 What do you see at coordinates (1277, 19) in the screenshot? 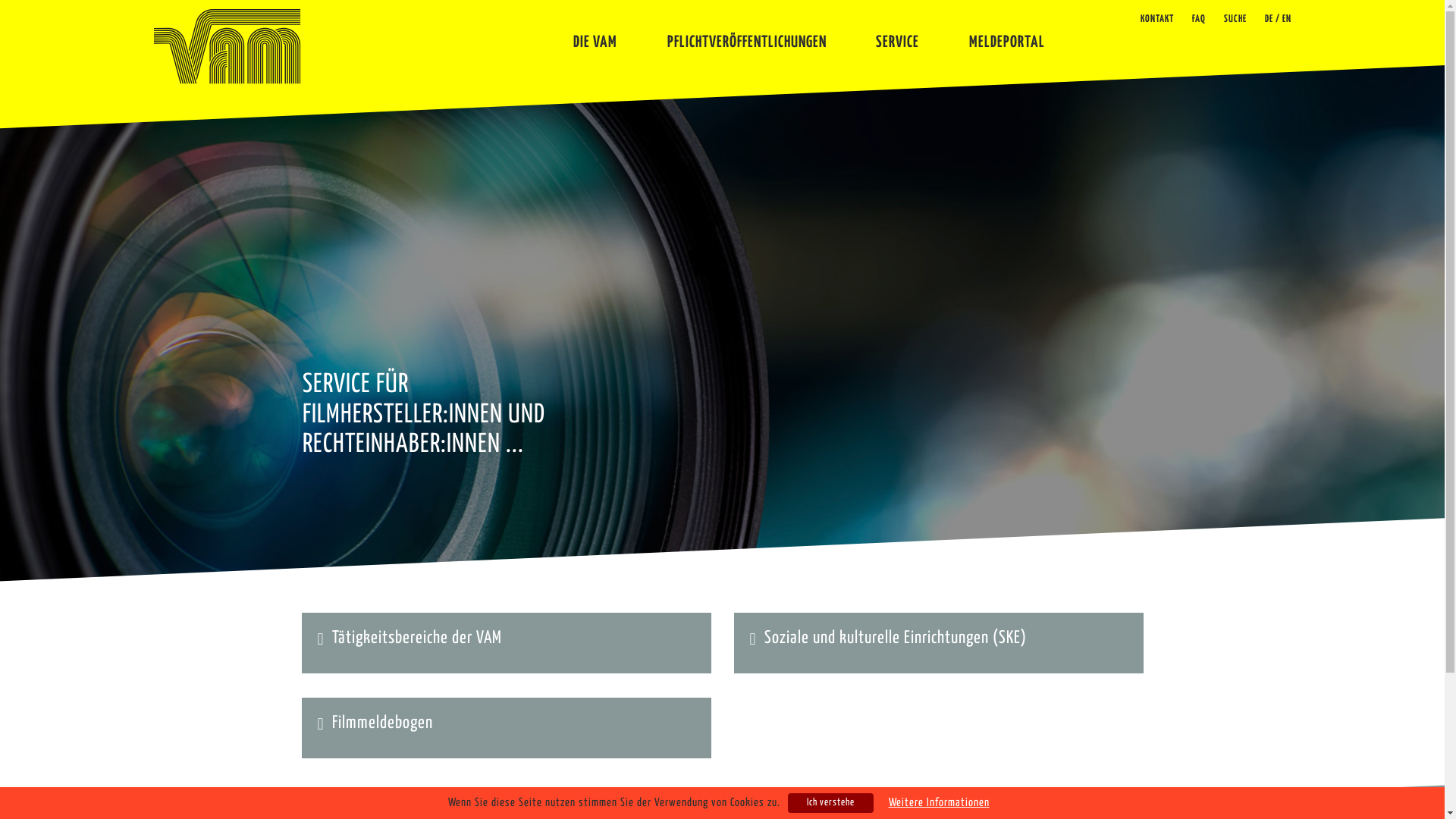
I see `'DE / EN'` at bounding box center [1277, 19].